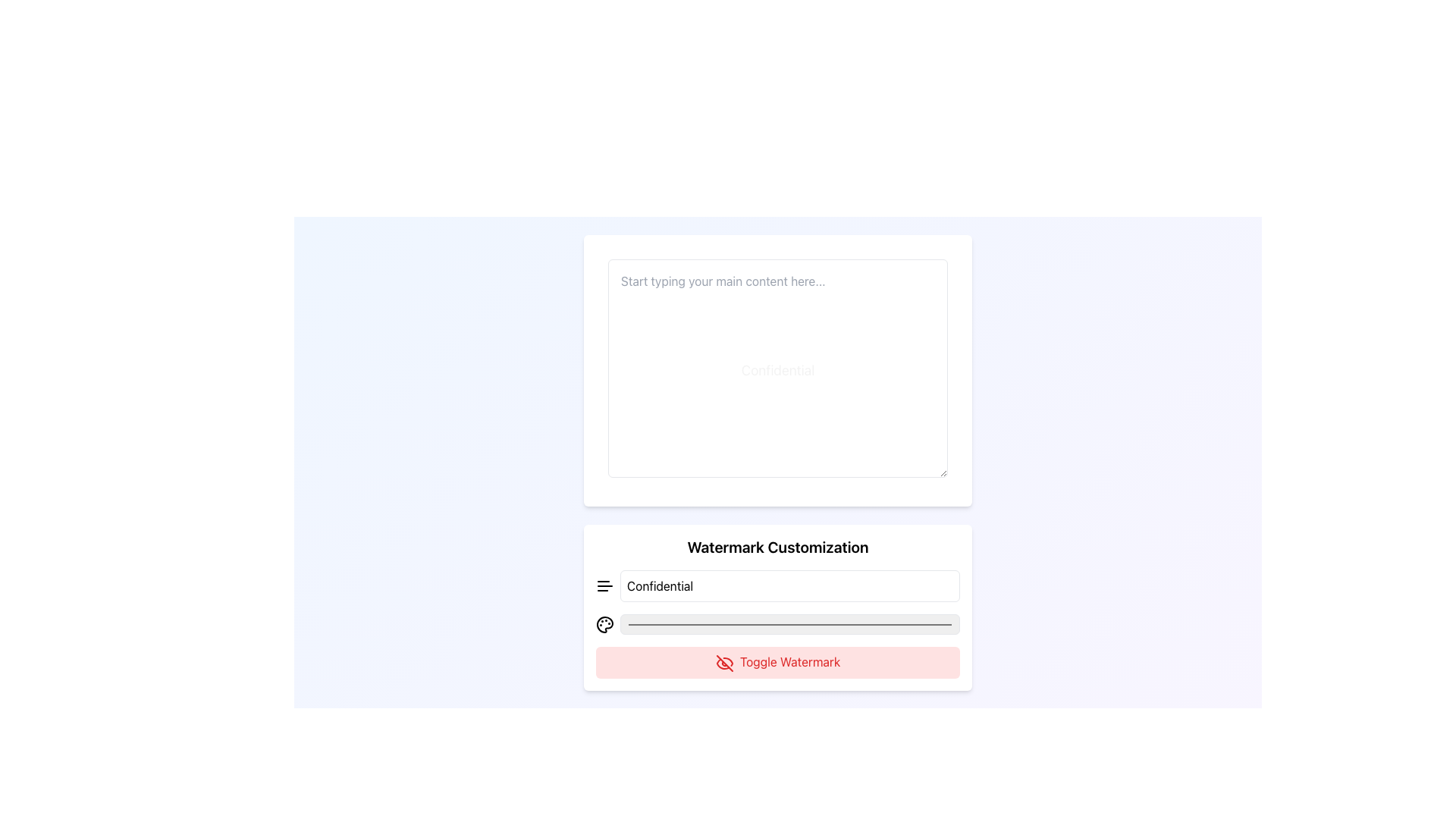  Describe the element at coordinates (864, 624) in the screenshot. I see `the color slider` at that location.